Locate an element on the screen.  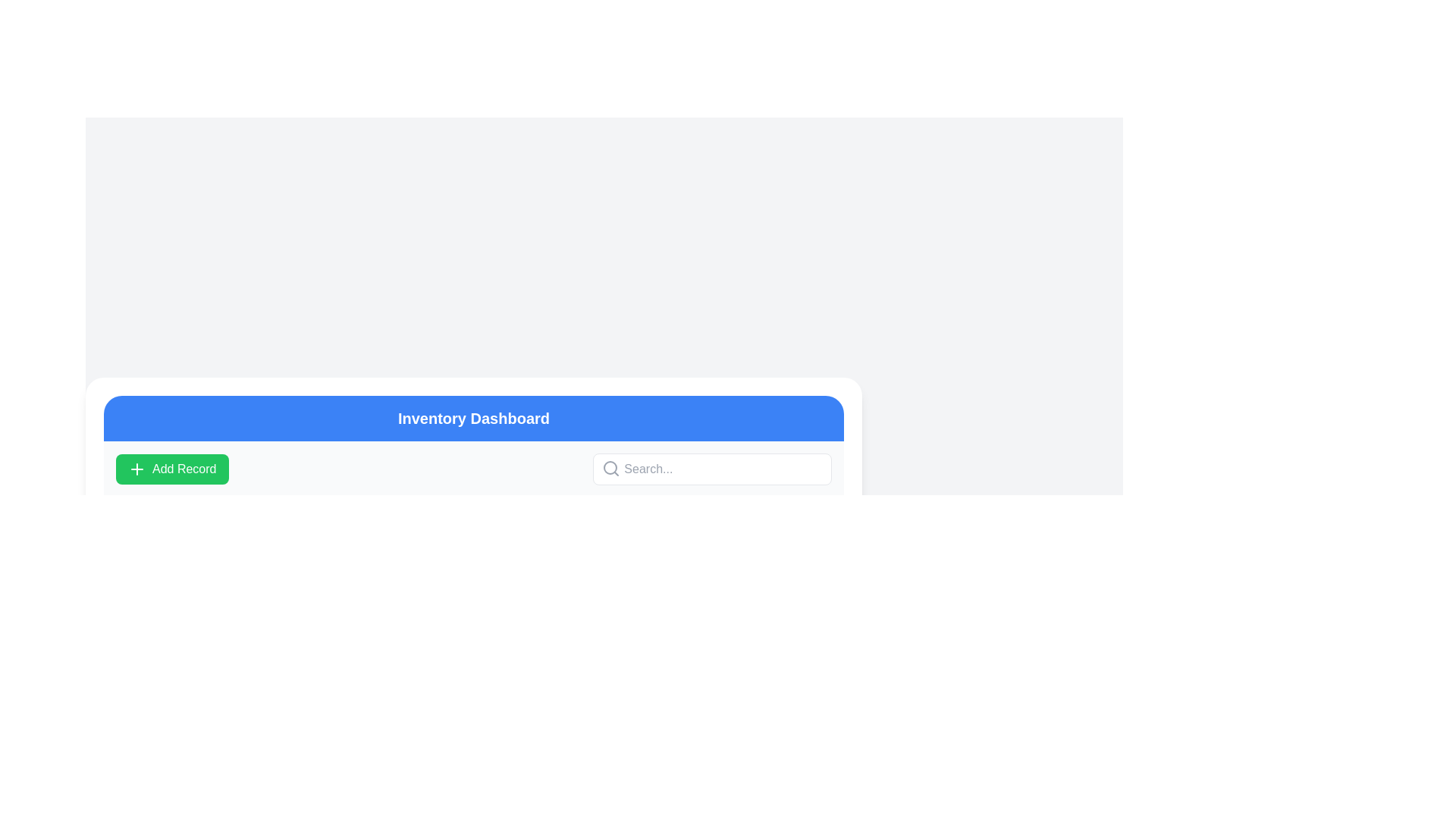
the small search icon resembling a magnifying glass, which has a gray outline and is positioned inside a text input field to the left of the input area is located at coordinates (611, 467).